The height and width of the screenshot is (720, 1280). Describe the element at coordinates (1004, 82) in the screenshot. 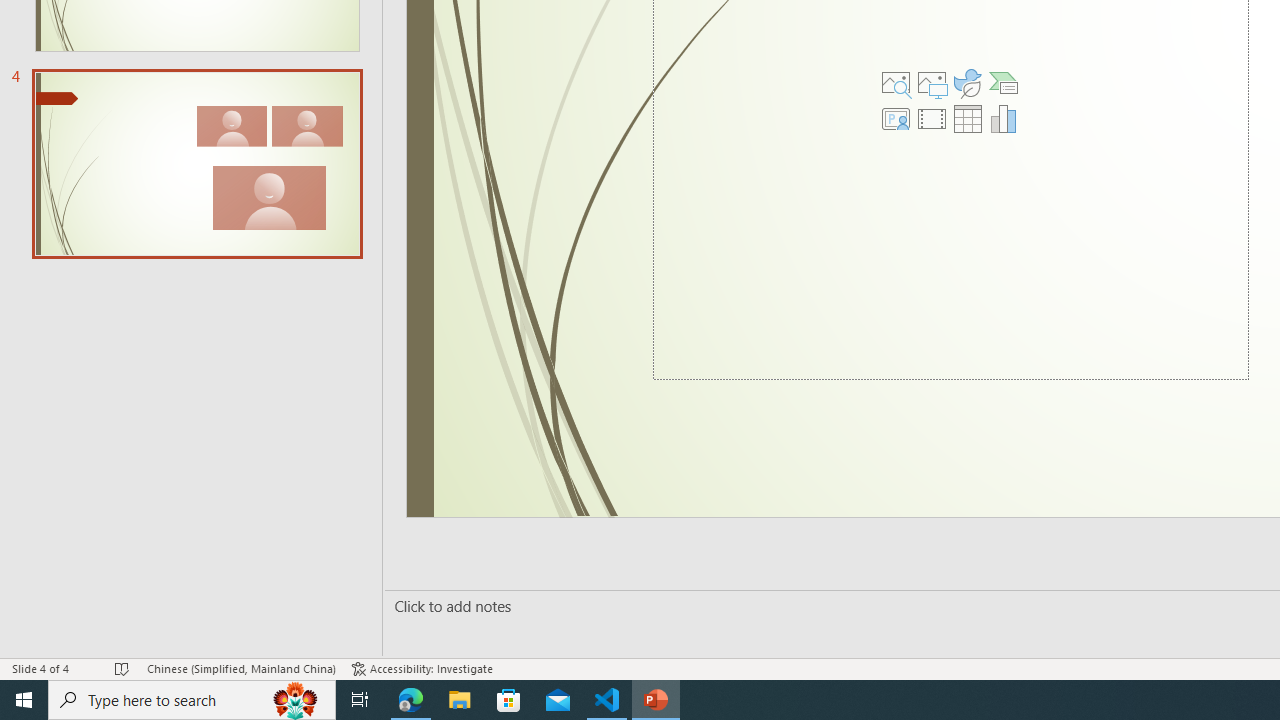

I see `'Insert a SmartArt Graphic'` at that location.